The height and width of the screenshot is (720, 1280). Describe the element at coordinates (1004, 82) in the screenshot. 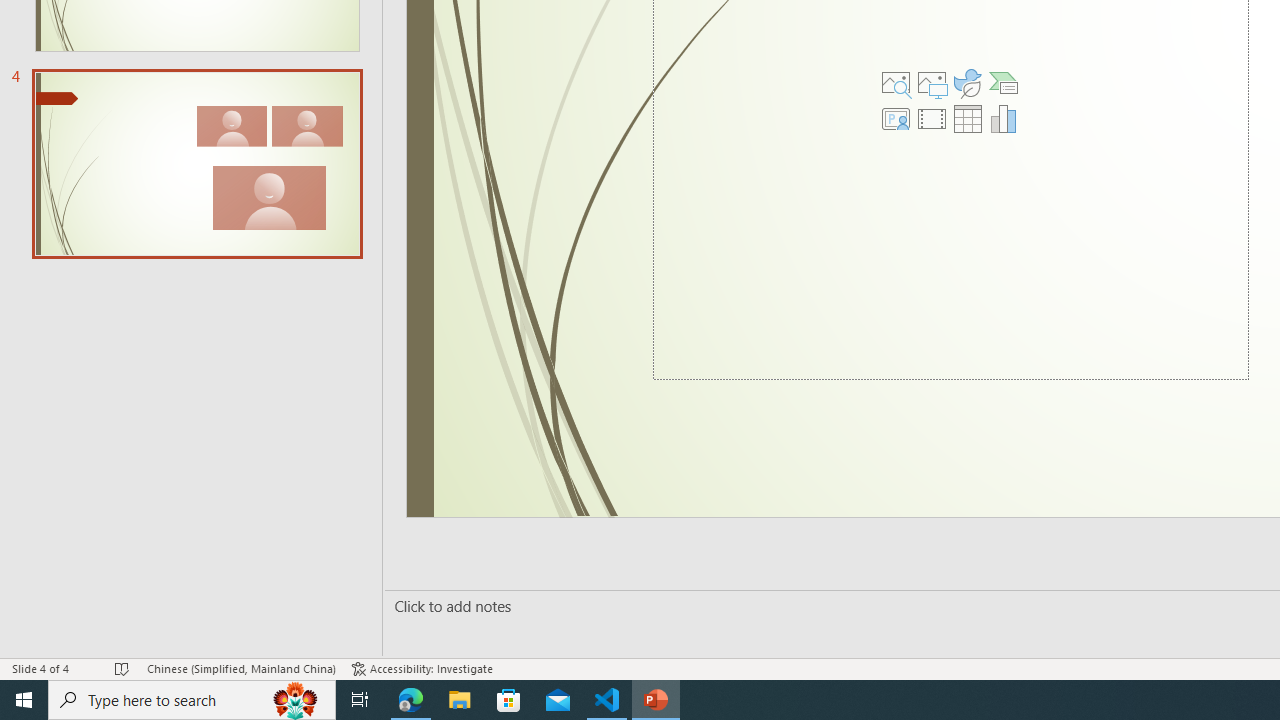

I see `'Insert a SmartArt Graphic'` at that location.